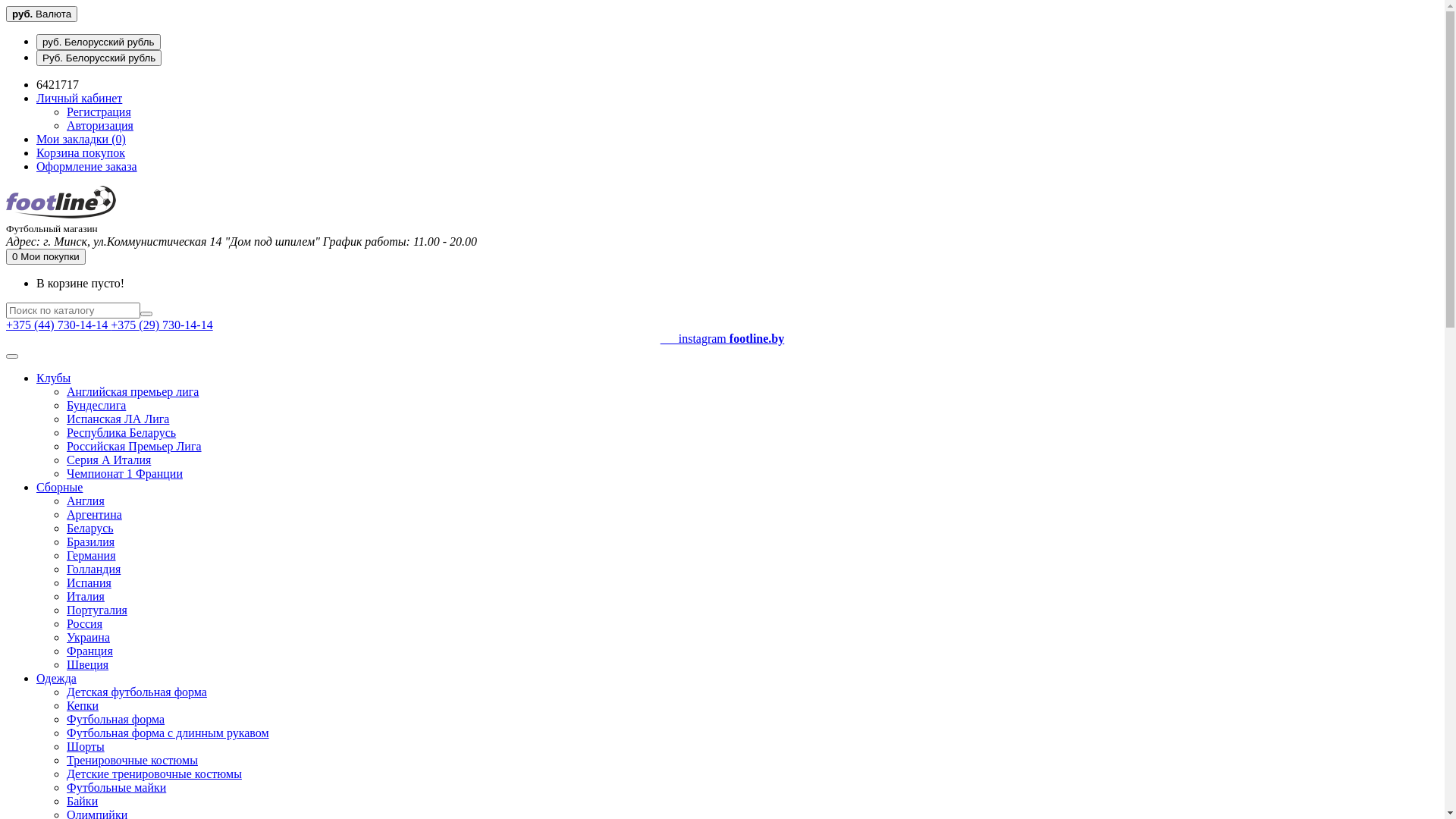 The width and height of the screenshot is (1456, 819). What do you see at coordinates (109, 324) in the screenshot?
I see `'+375 (29) 730-14-14'` at bounding box center [109, 324].